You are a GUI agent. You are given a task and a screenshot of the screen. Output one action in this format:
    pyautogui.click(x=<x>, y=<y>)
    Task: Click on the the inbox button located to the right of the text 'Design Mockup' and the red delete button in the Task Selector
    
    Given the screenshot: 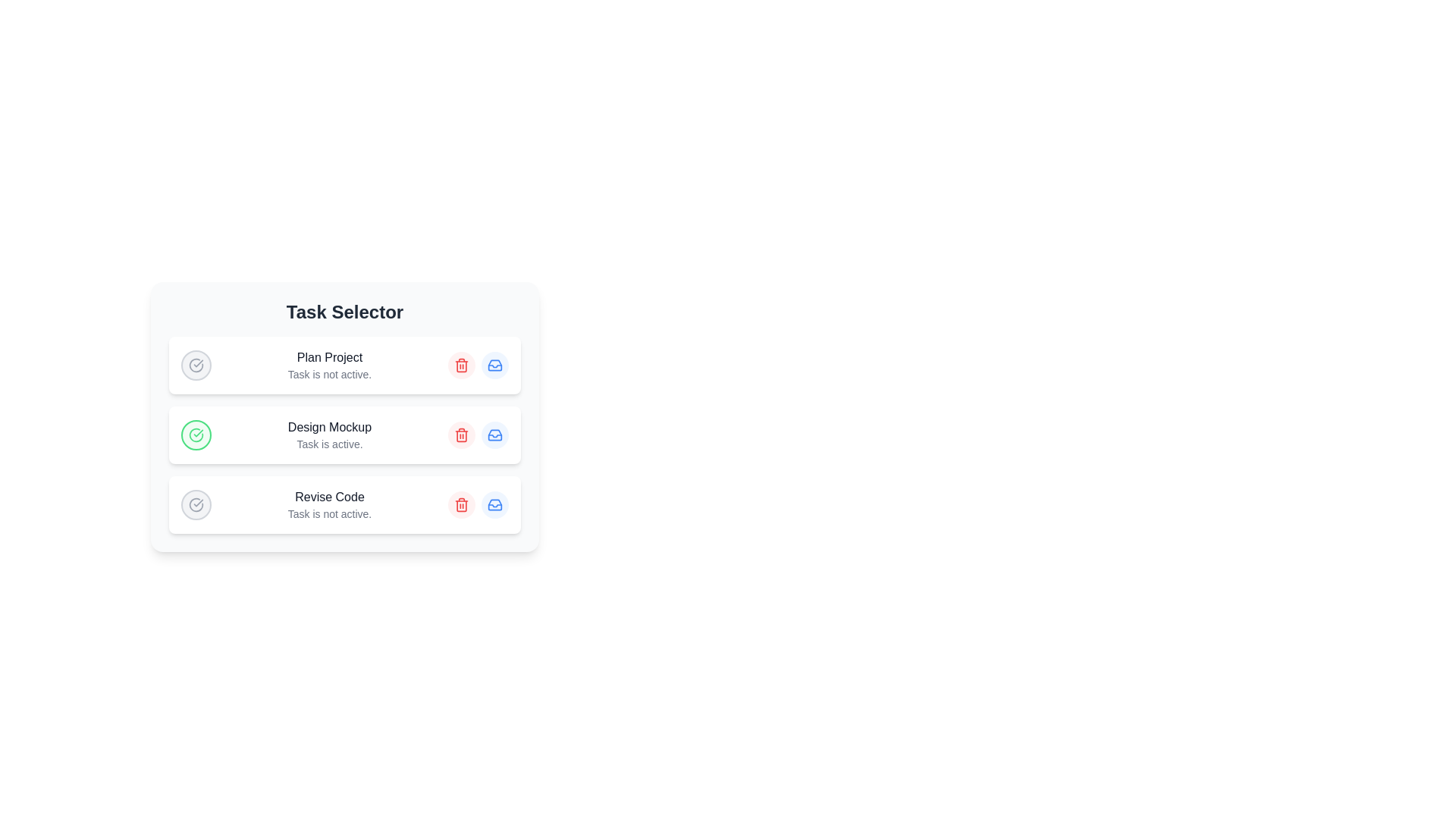 What is the action you would take?
    pyautogui.click(x=494, y=435)
    